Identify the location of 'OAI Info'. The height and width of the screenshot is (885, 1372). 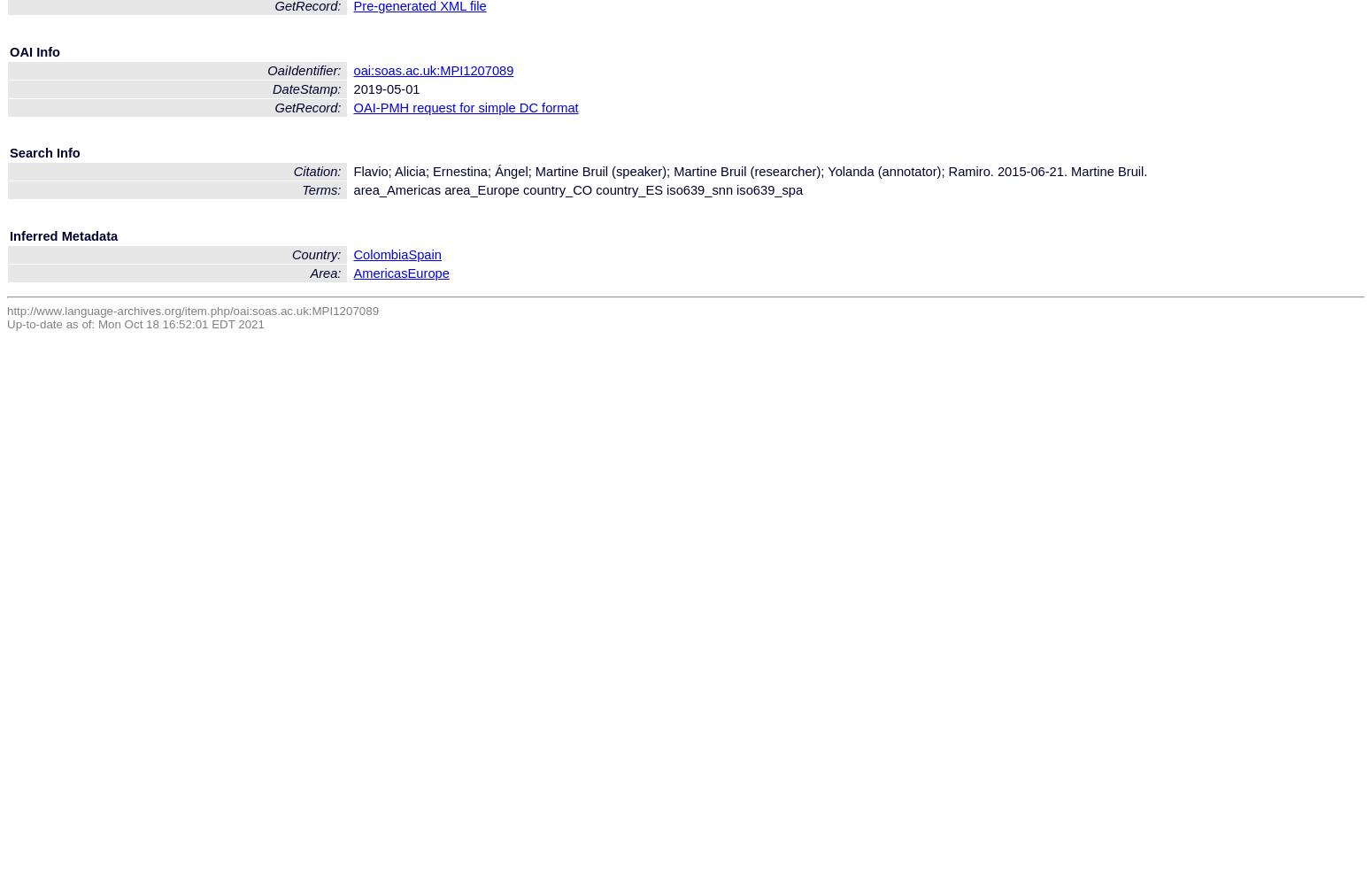
(34, 51).